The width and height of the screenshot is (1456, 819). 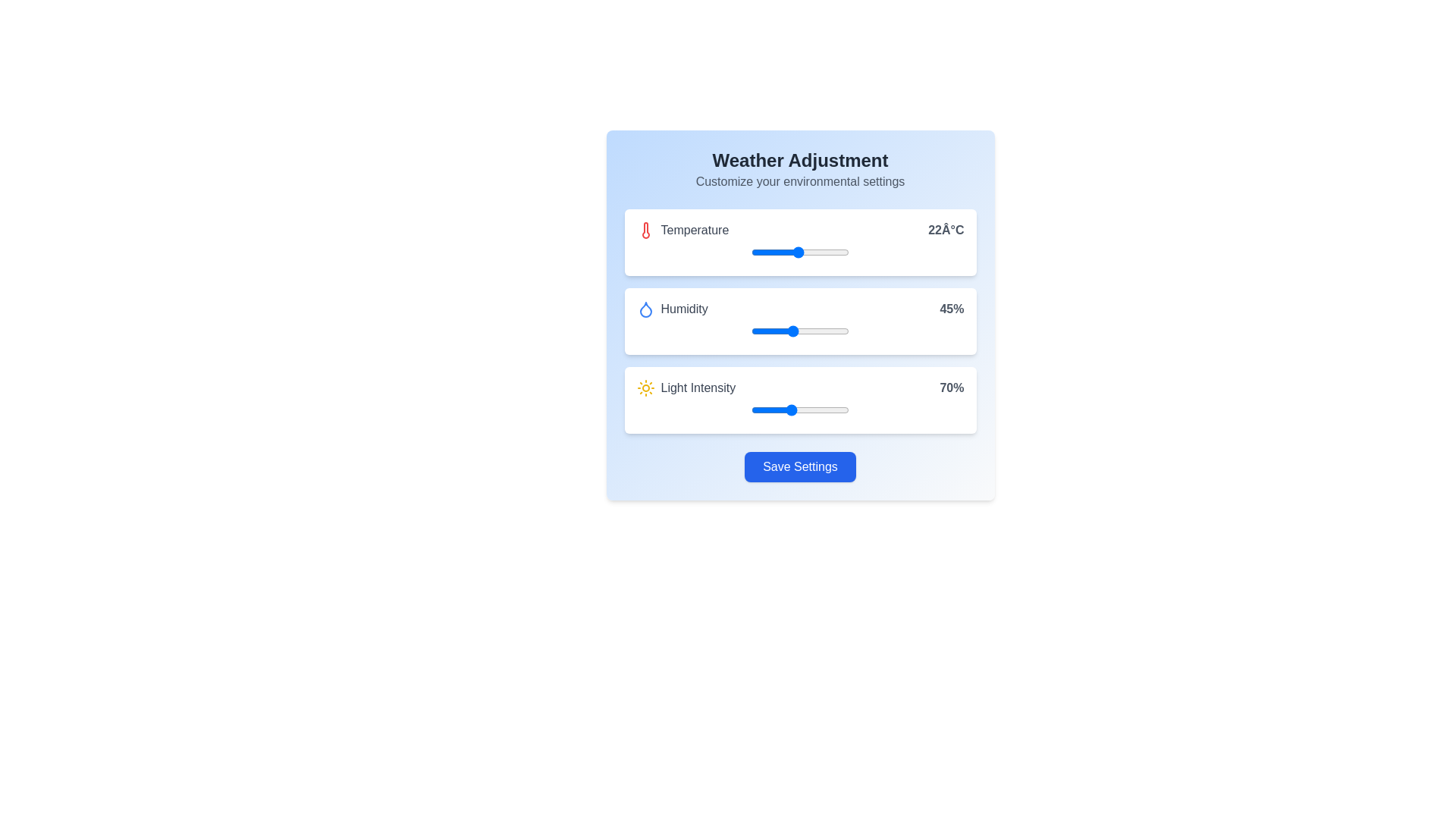 I want to click on the temperature, so click(x=844, y=251).